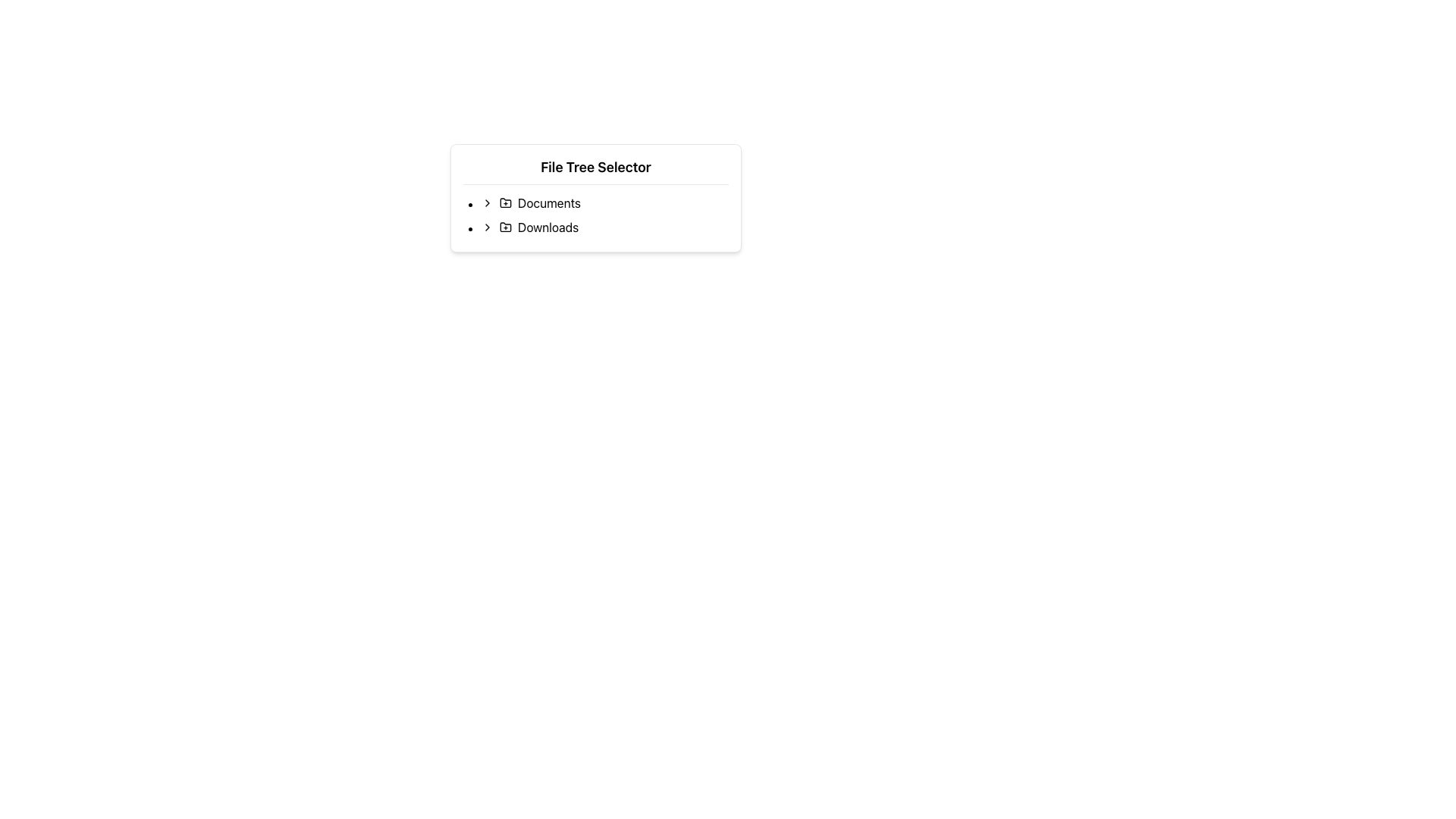 This screenshot has width=1456, height=819. Describe the element at coordinates (506, 227) in the screenshot. I see `the folder icon with an addition symbol located in the 'Downloads' section of the file tree` at that location.